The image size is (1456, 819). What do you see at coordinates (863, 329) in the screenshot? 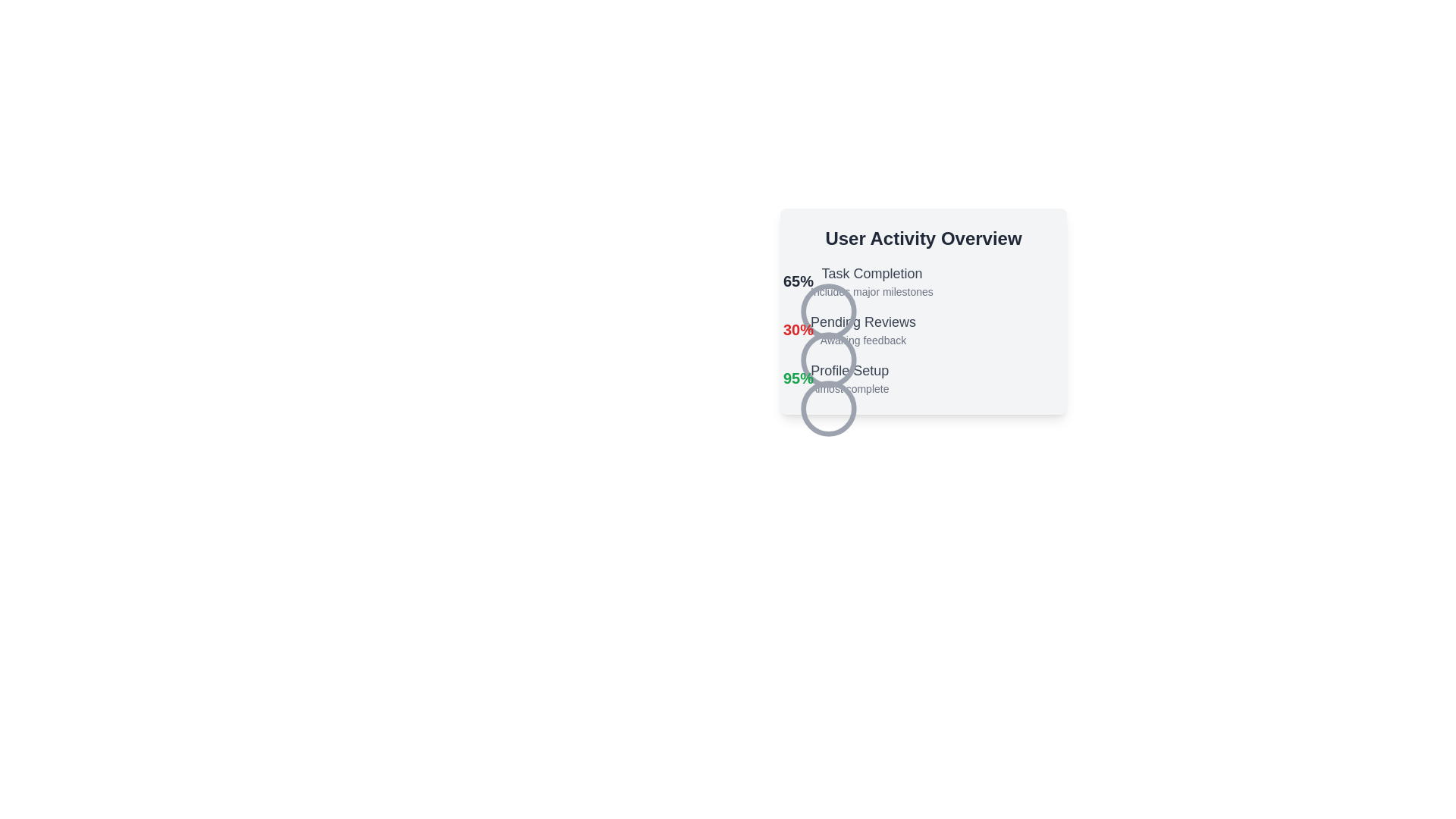
I see `the 'Pending Reviews' text block in the 'User Activity Overview' section, which displays 'Awaiting feedback' below it, styled in gray tones` at bounding box center [863, 329].